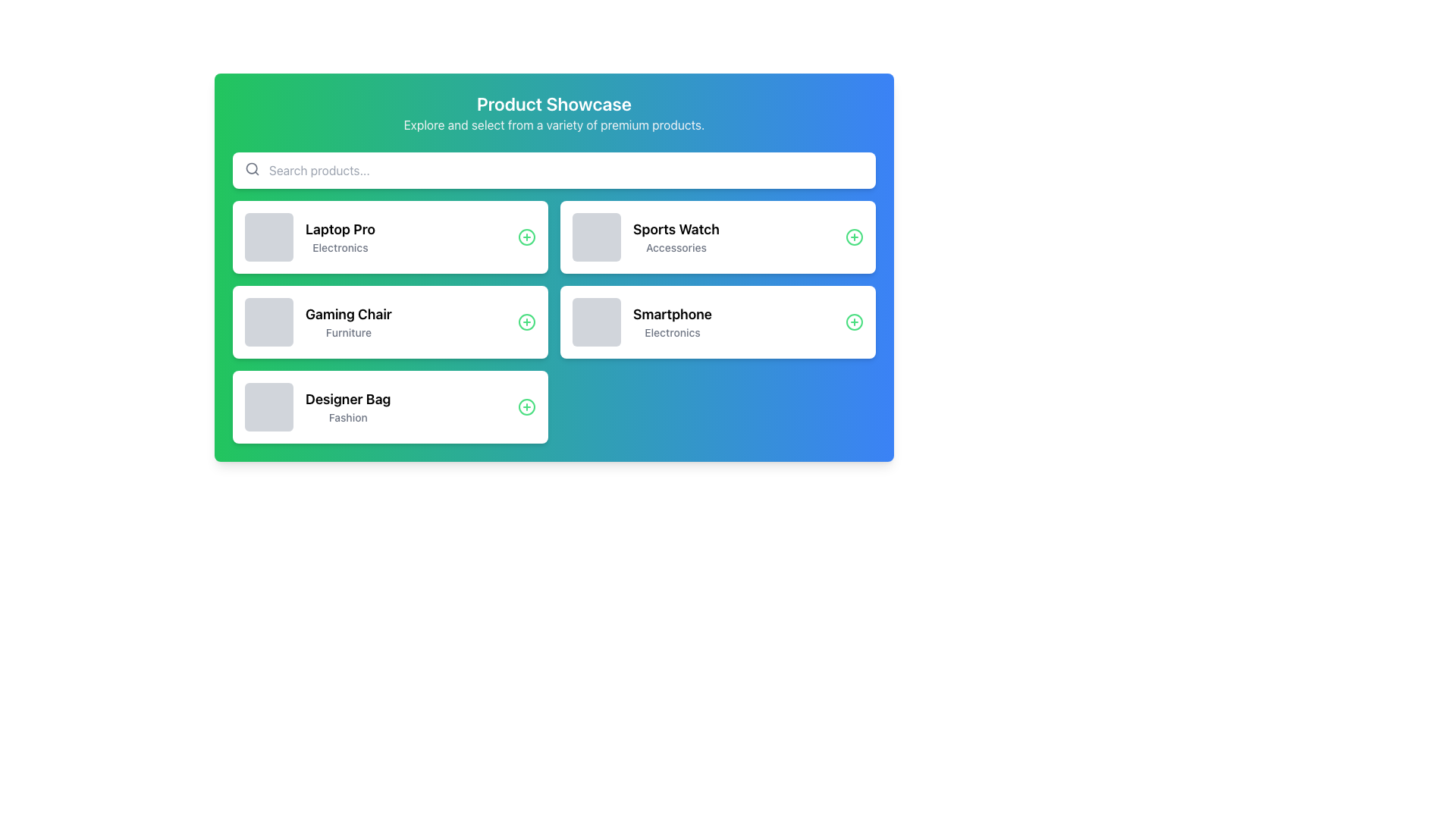 This screenshot has height=819, width=1456. I want to click on the Text element displaying product details for 'Laptop Pro' in the Electronics category, located in the top-left corner of a multi-card grid, so click(309, 237).